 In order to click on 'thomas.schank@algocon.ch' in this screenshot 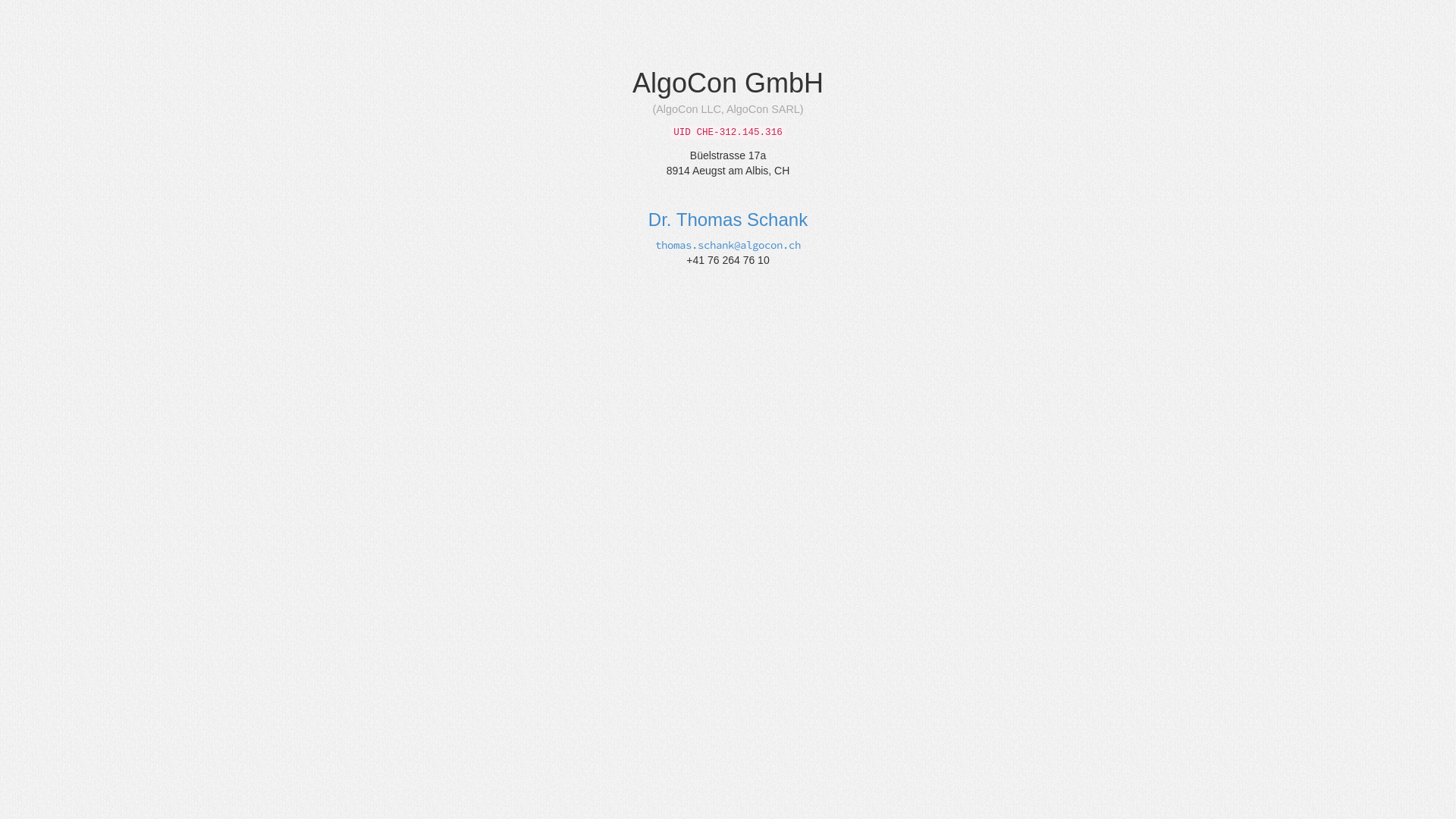, I will do `click(728, 244)`.